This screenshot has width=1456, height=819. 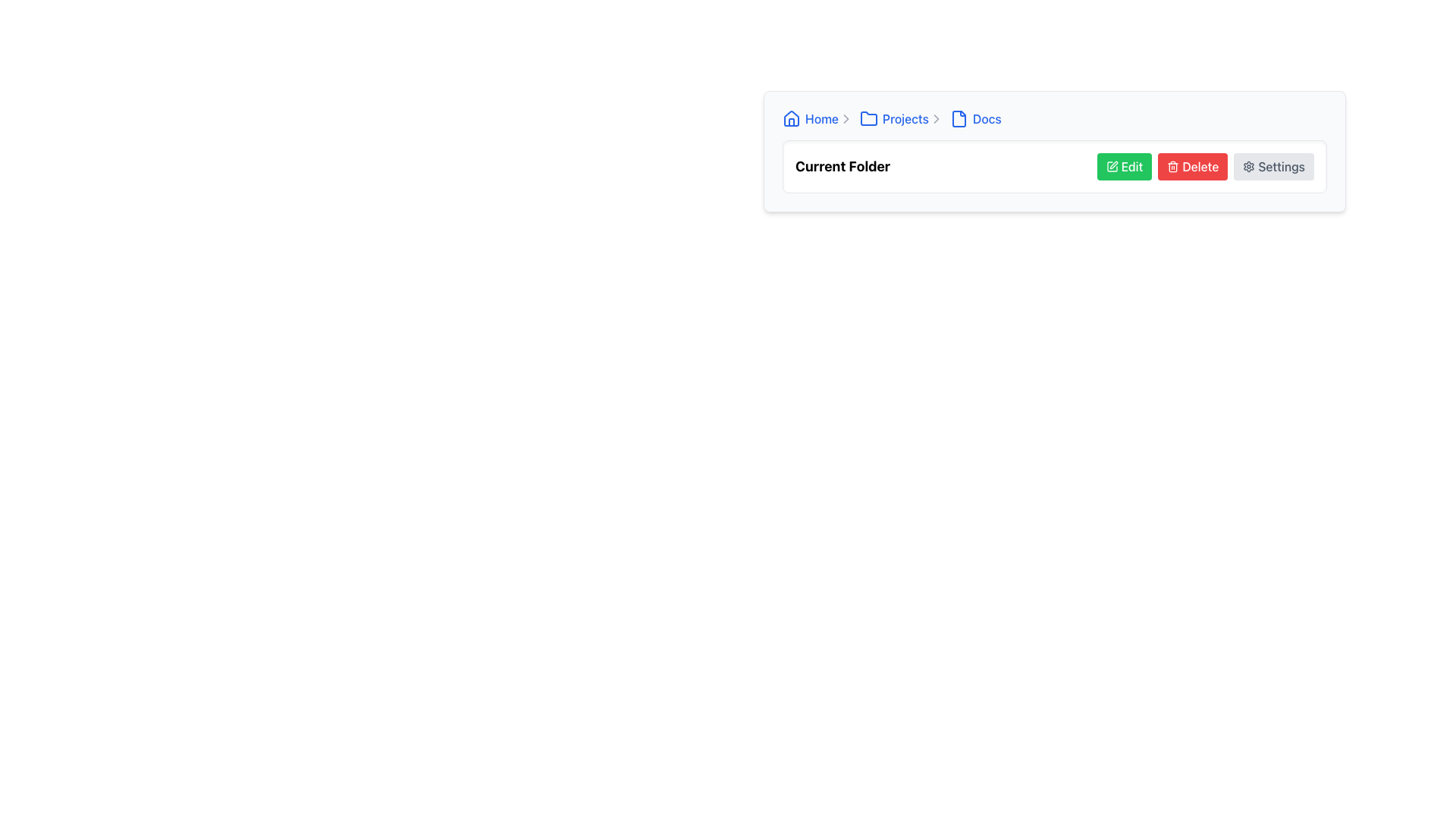 What do you see at coordinates (1125, 166) in the screenshot?
I see `the green 'Edit' button with a pen icon` at bounding box center [1125, 166].